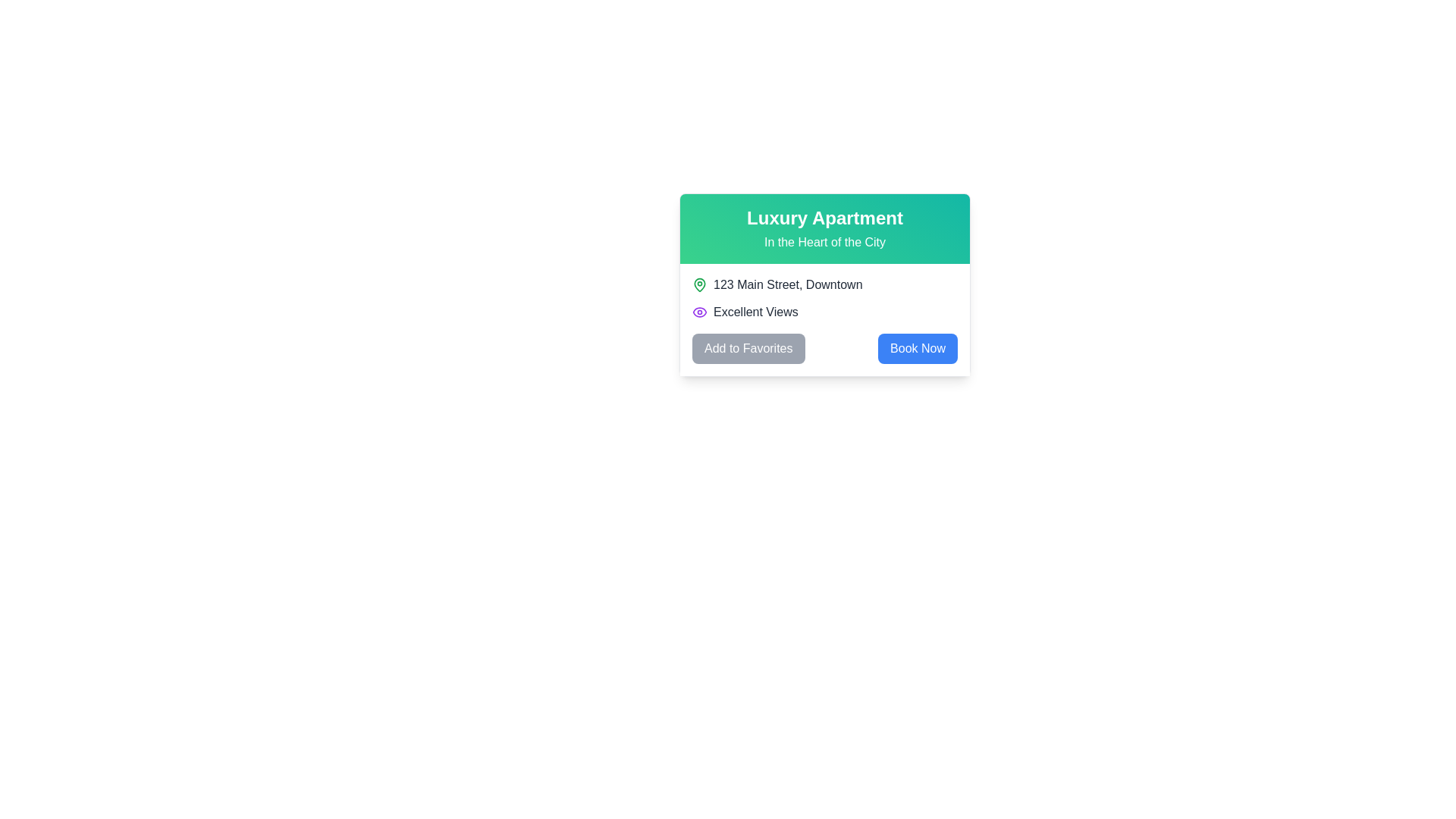 This screenshot has height=819, width=1456. I want to click on text from the Text Label that serves as the main title for the Luxury Apartment card, positioned above the descriptive text 'In the Heart of the City', so click(824, 218).